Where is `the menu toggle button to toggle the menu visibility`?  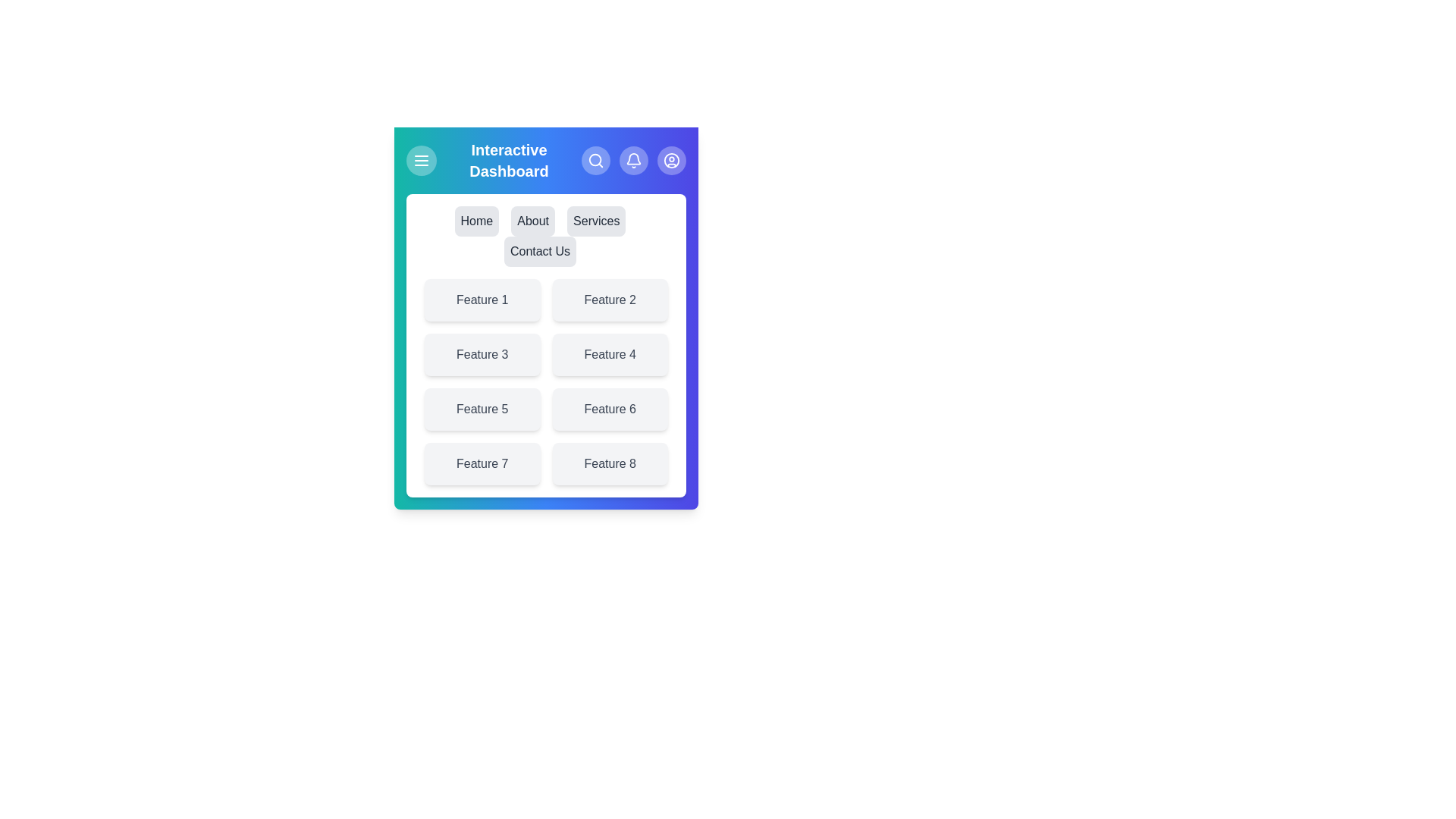 the menu toggle button to toggle the menu visibility is located at coordinates (422, 161).